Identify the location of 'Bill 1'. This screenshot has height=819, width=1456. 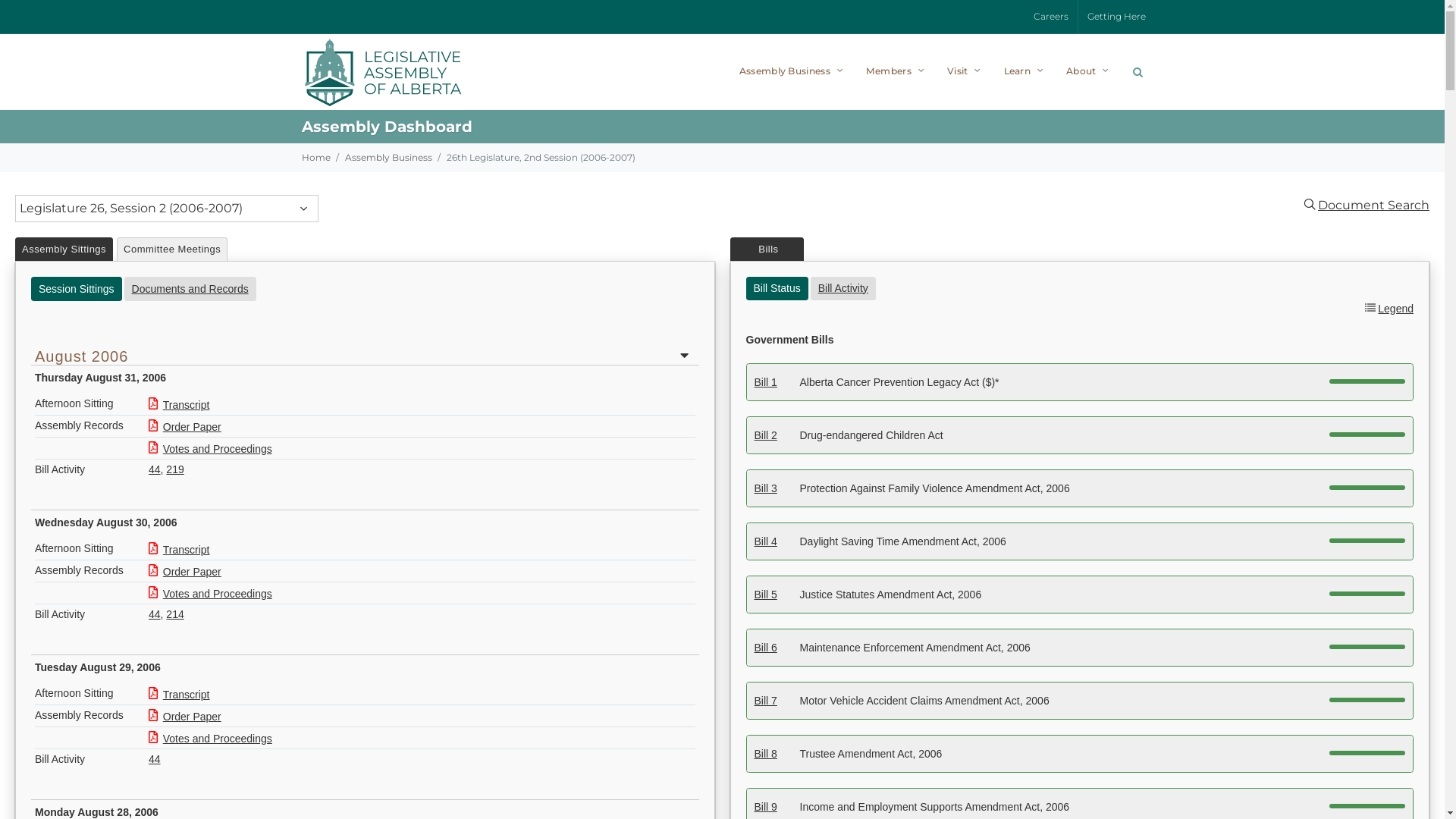
(764, 381).